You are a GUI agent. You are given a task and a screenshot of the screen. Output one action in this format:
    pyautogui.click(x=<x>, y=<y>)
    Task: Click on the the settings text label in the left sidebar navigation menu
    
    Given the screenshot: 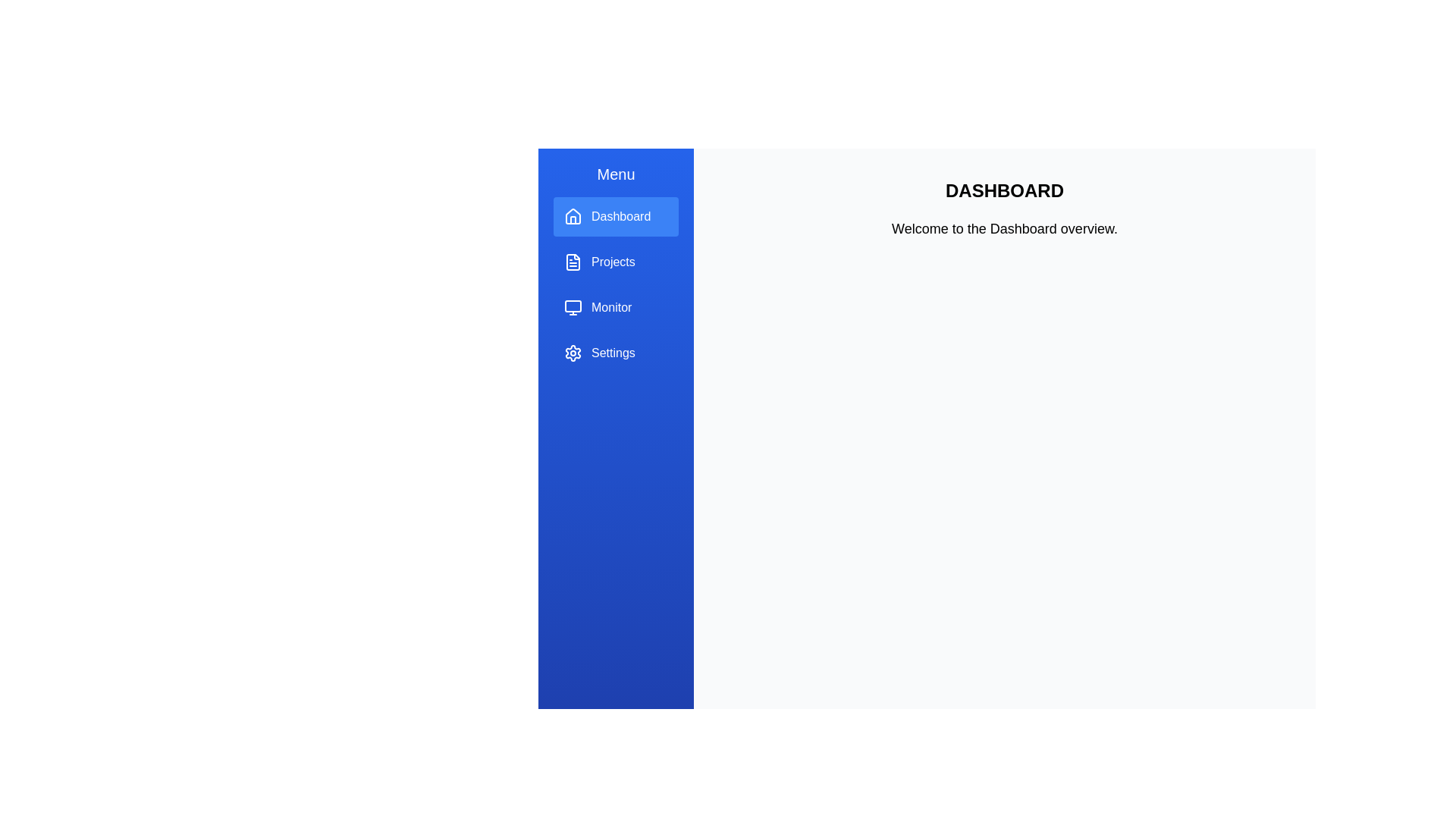 What is the action you would take?
    pyautogui.click(x=613, y=353)
    